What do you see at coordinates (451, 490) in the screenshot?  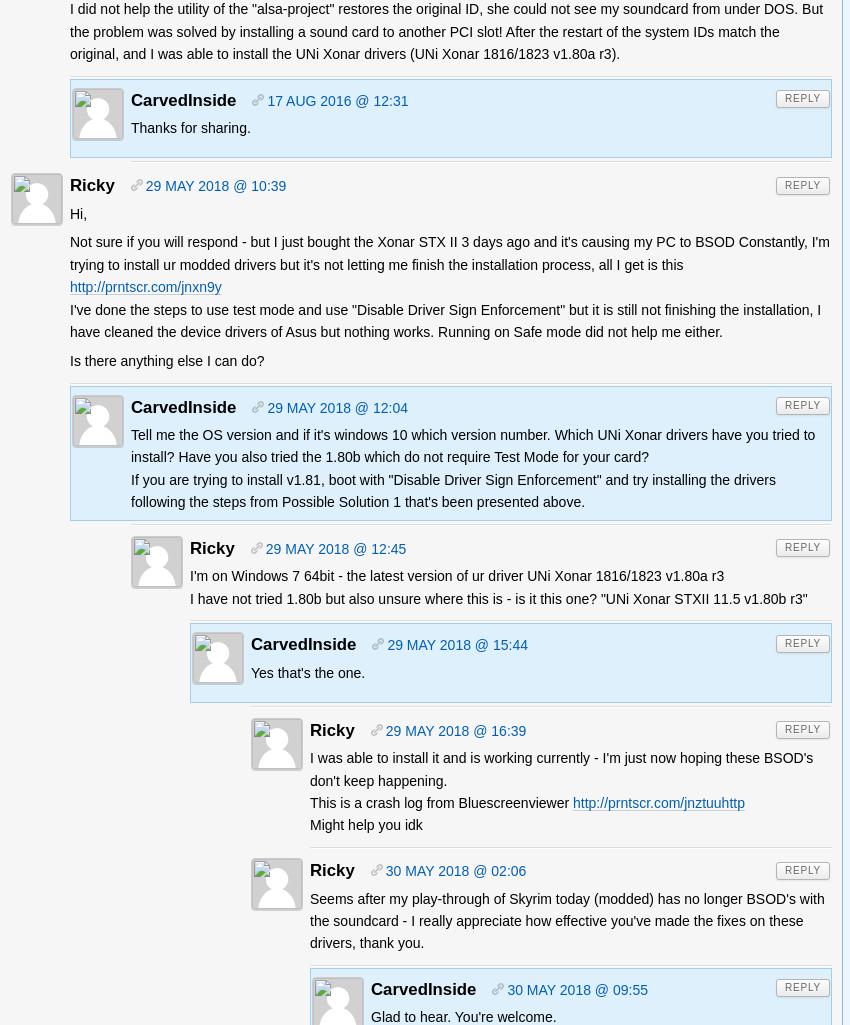 I see `'If you are trying to install v1.81, boot with "Disable Driver Sign Enforcement" and try installing the drivers following the steps from Possible Solution 1 that's been presented above.'` at bounding box center [451, 490].